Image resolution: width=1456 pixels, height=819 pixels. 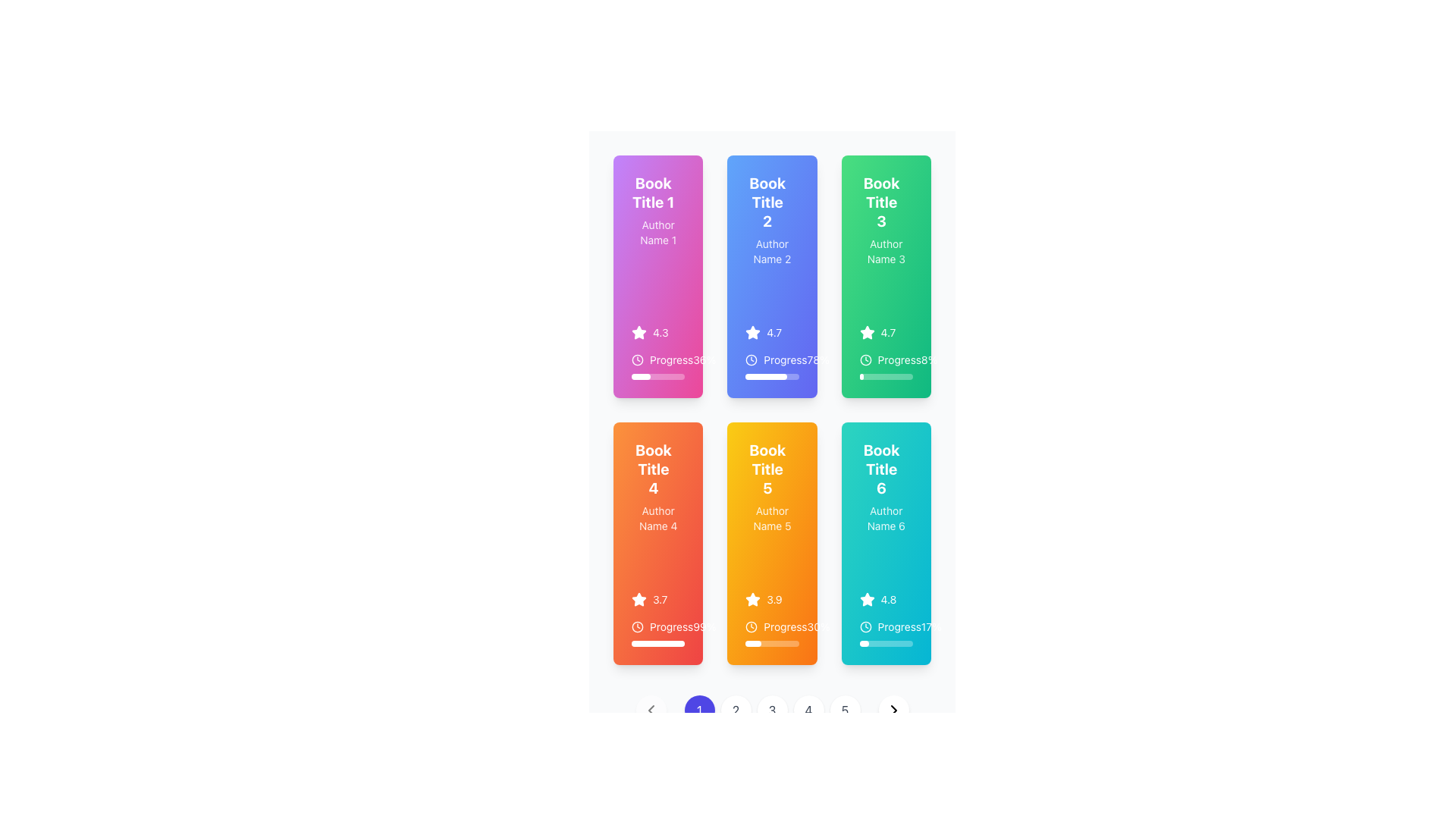 What do you see at coordinates (641, 376) in the screenshot?
I see `the Progress bar located in the first card of the leftmost column, positioned below the text 'Progress 36%'` at bounding box center [641, 376].